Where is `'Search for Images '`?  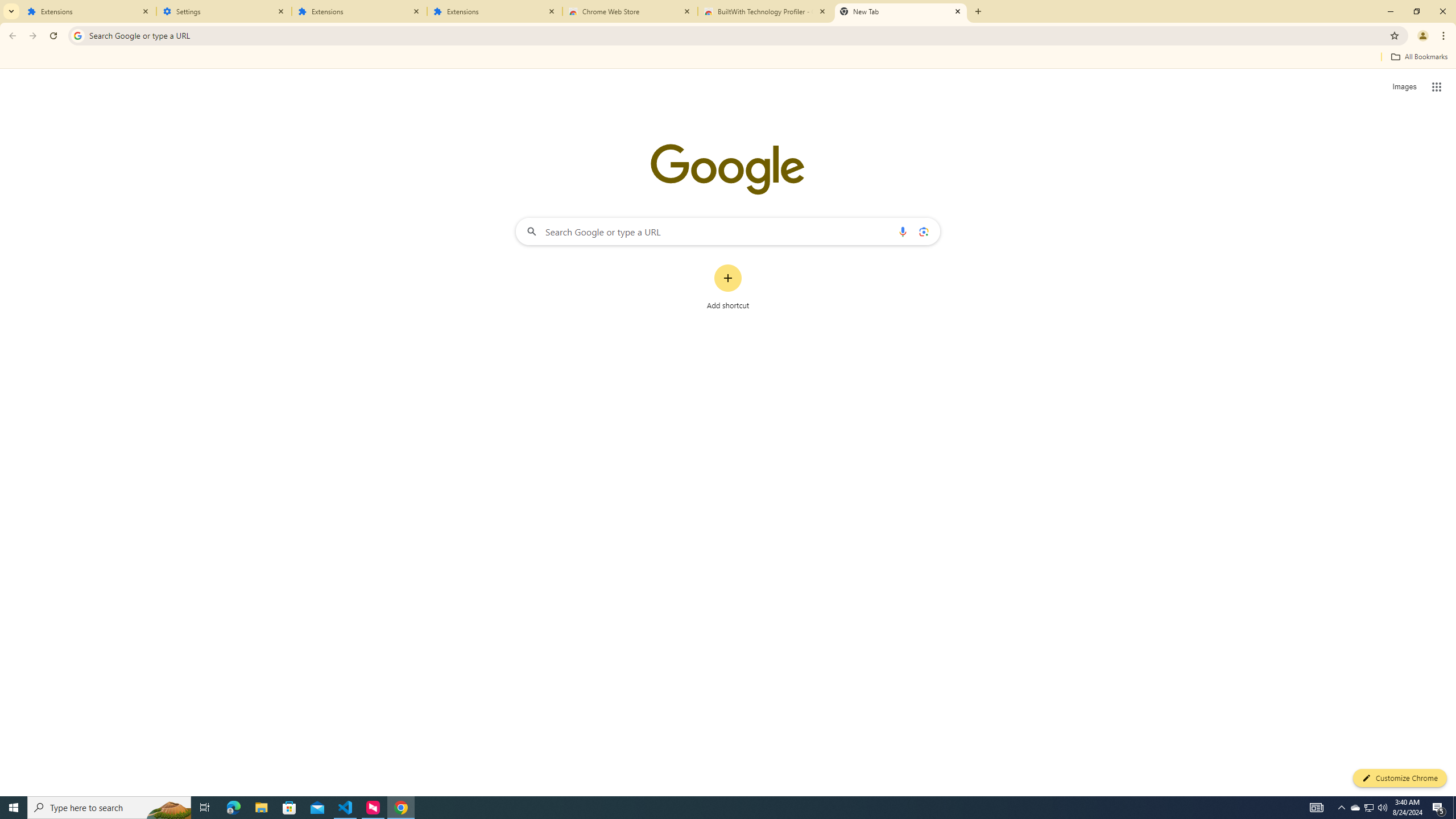
'Search for Images ' is located at coordinates (1404, 87).